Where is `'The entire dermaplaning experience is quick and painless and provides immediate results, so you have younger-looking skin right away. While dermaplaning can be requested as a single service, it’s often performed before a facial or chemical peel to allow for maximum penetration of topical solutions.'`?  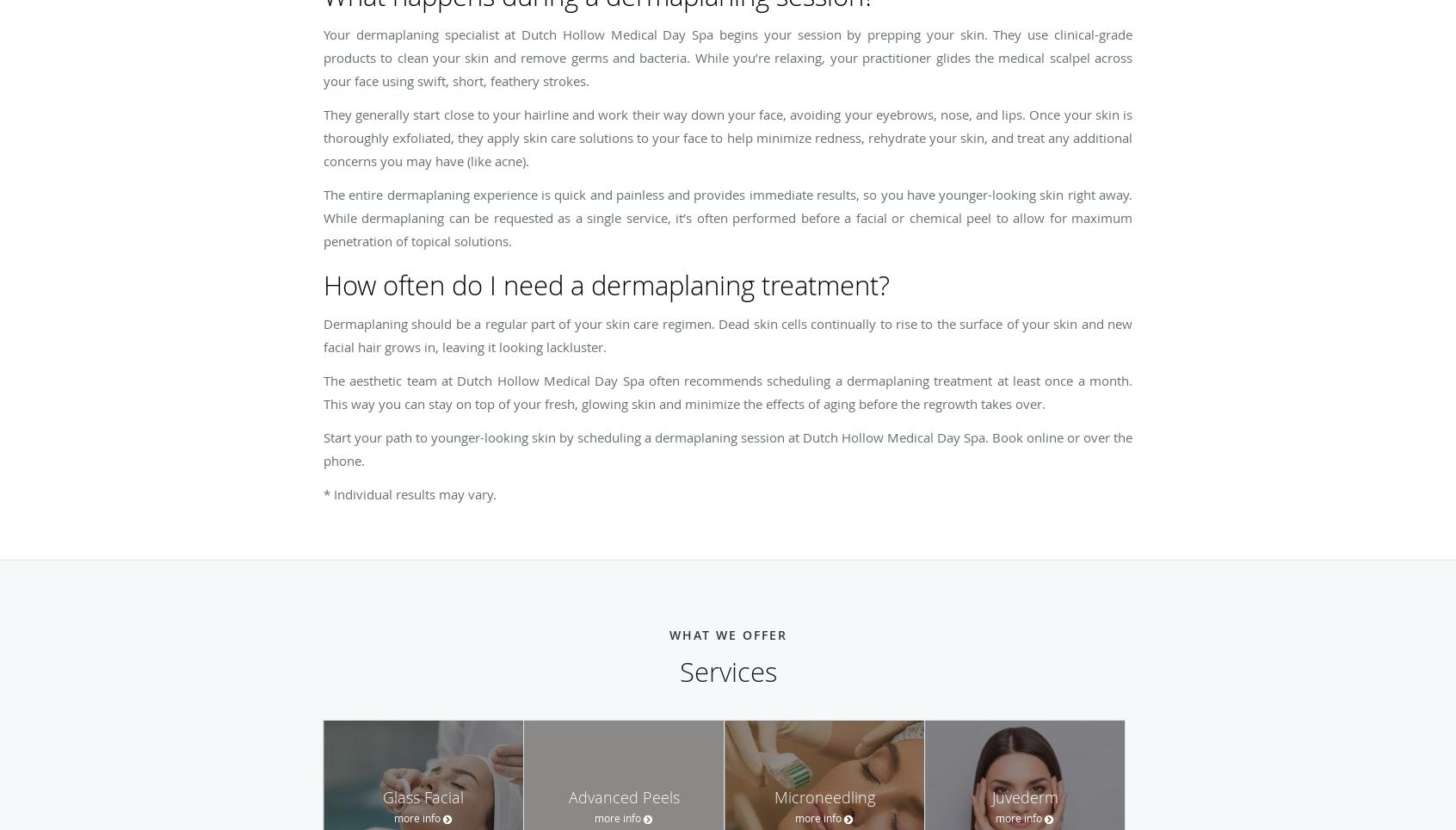 'The entire dermaplaning experience is quick and painless and provides immediate results, so you have younger-looking skin right away. While dermaplaning can be requested as a single service, it’s often performed before a facial or chemical peel to allow for maximum penetration of topical solutions.' is located at coordinates (728, 216).